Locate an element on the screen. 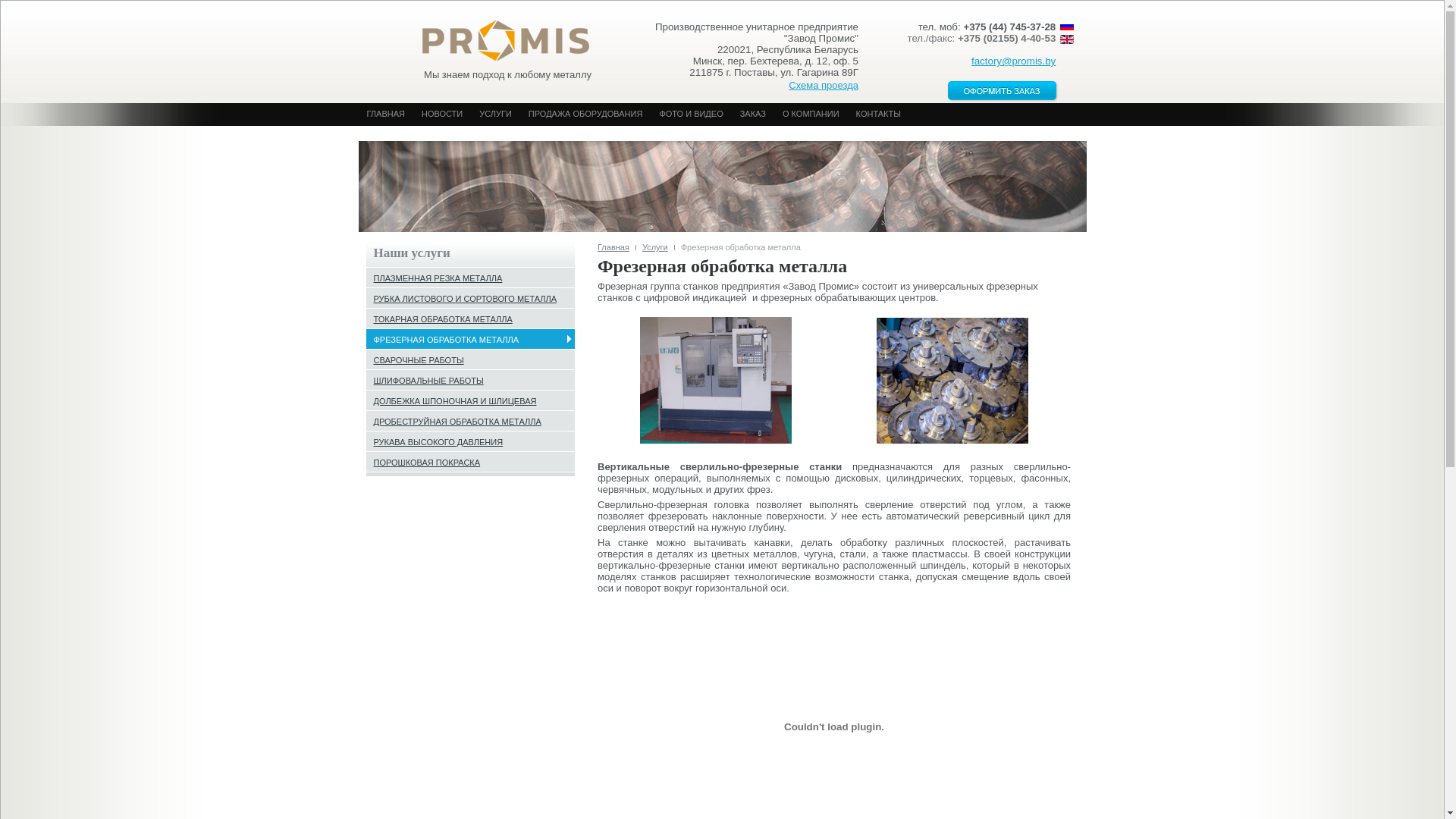 The image size is (1456, 819). 'factory@promis.by' is located at coordinates (1013, 60).